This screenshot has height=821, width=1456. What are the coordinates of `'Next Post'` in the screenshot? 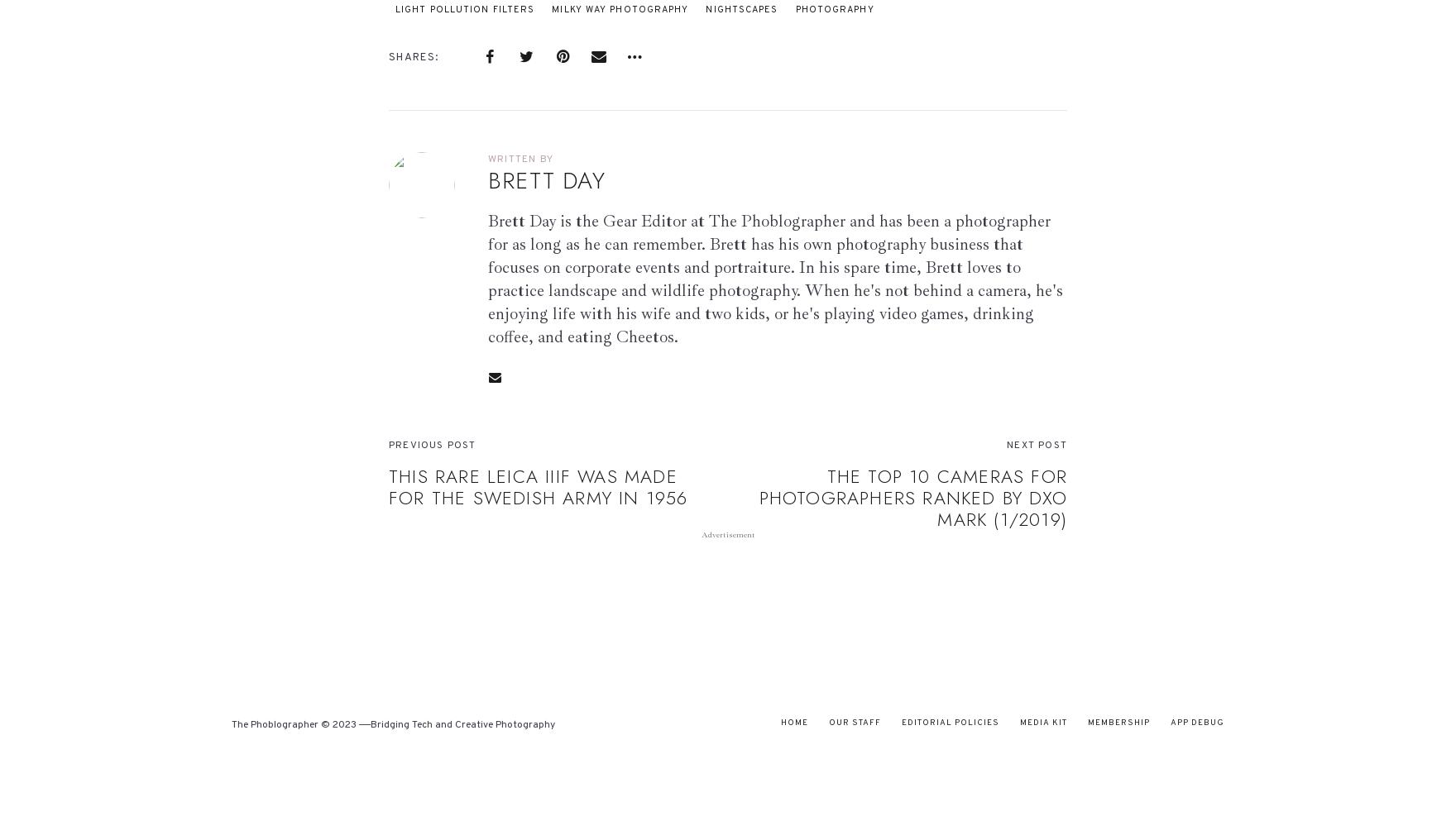 It's located at (1036, 444).